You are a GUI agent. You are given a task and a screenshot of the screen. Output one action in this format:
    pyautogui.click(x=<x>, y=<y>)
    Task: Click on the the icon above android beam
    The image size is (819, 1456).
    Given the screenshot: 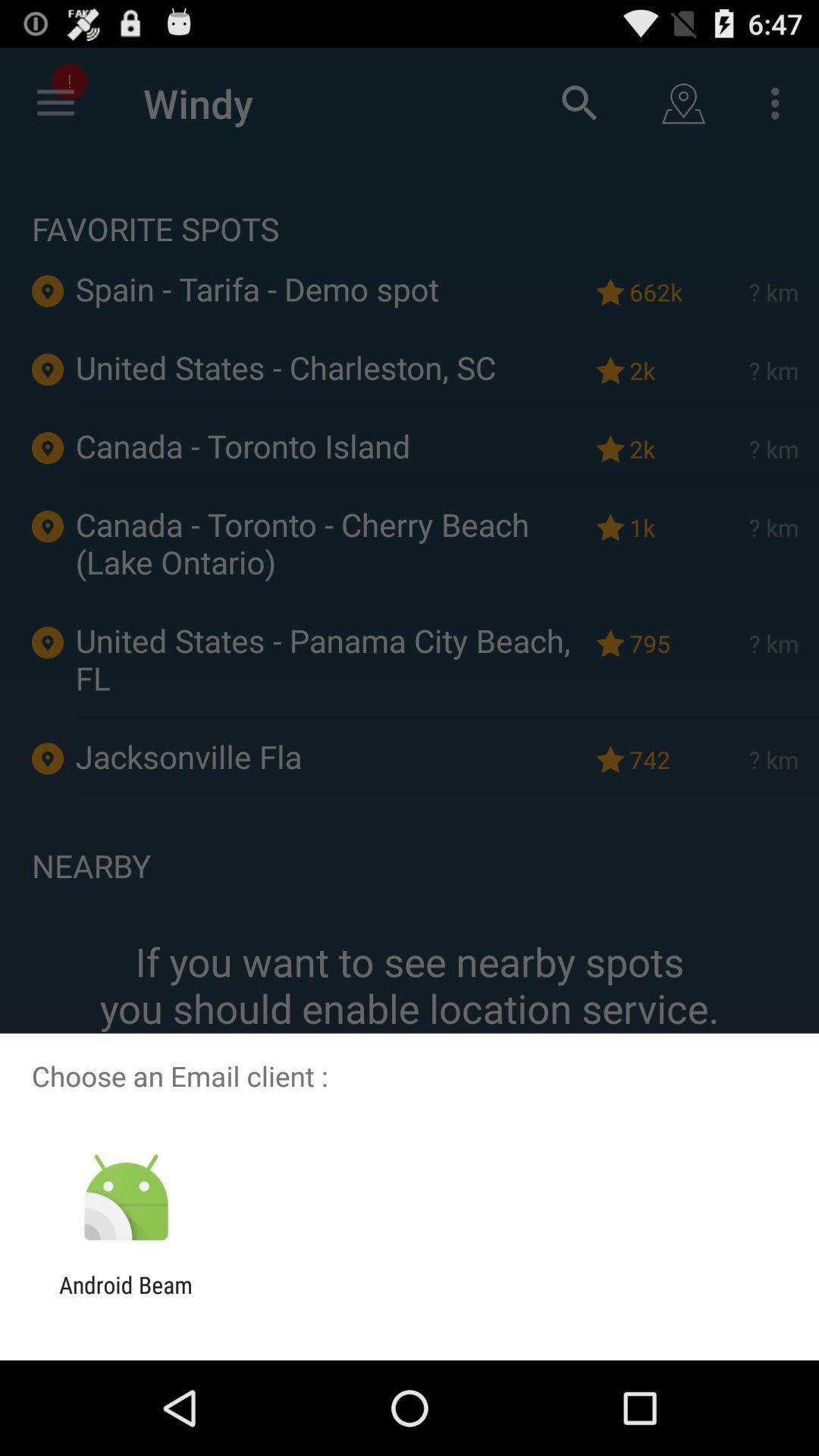 What is the action you would take?
    pyautogui.click(x=125, y=1197)
    